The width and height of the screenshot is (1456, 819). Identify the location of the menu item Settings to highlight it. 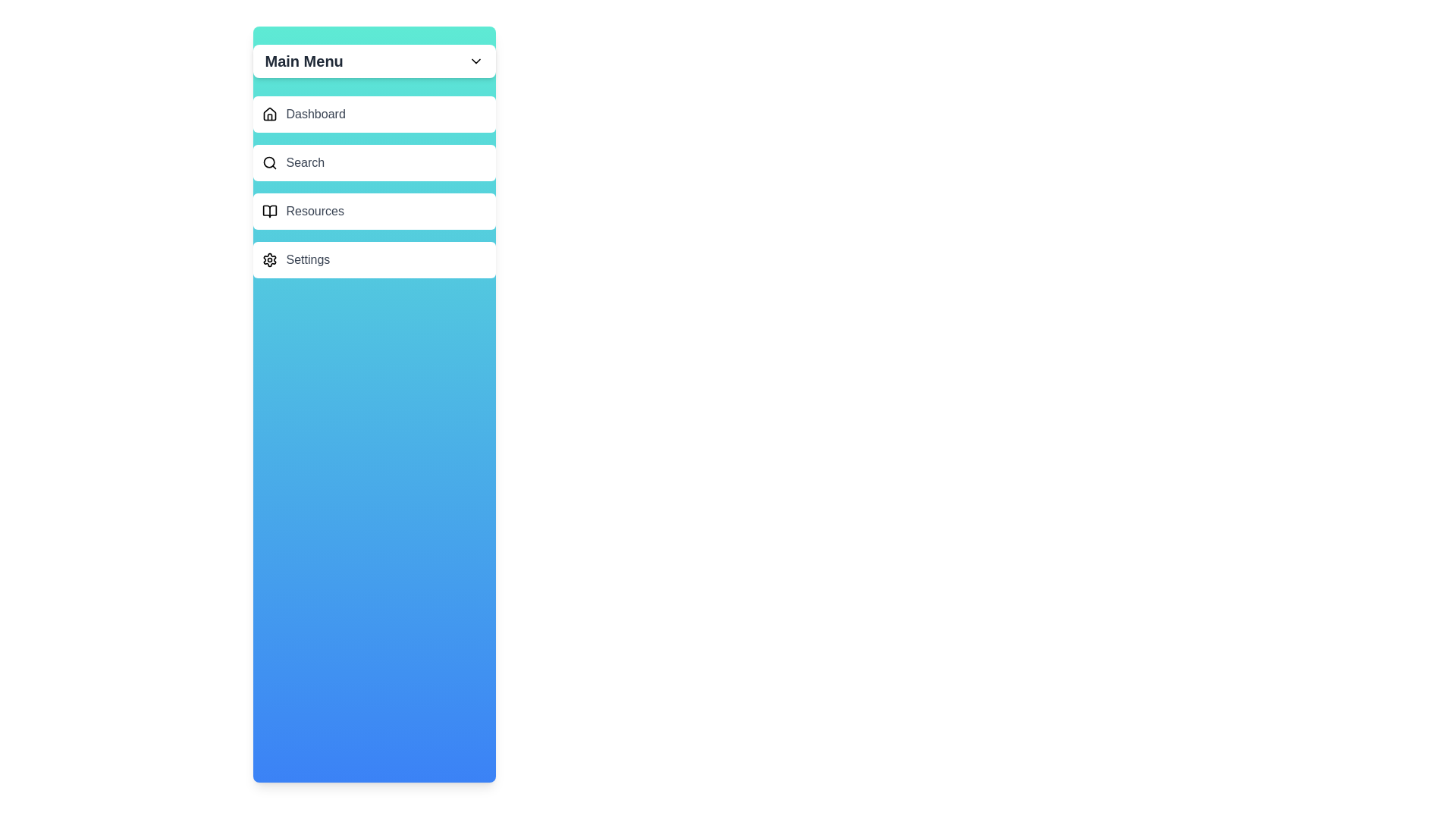
(374, 259).